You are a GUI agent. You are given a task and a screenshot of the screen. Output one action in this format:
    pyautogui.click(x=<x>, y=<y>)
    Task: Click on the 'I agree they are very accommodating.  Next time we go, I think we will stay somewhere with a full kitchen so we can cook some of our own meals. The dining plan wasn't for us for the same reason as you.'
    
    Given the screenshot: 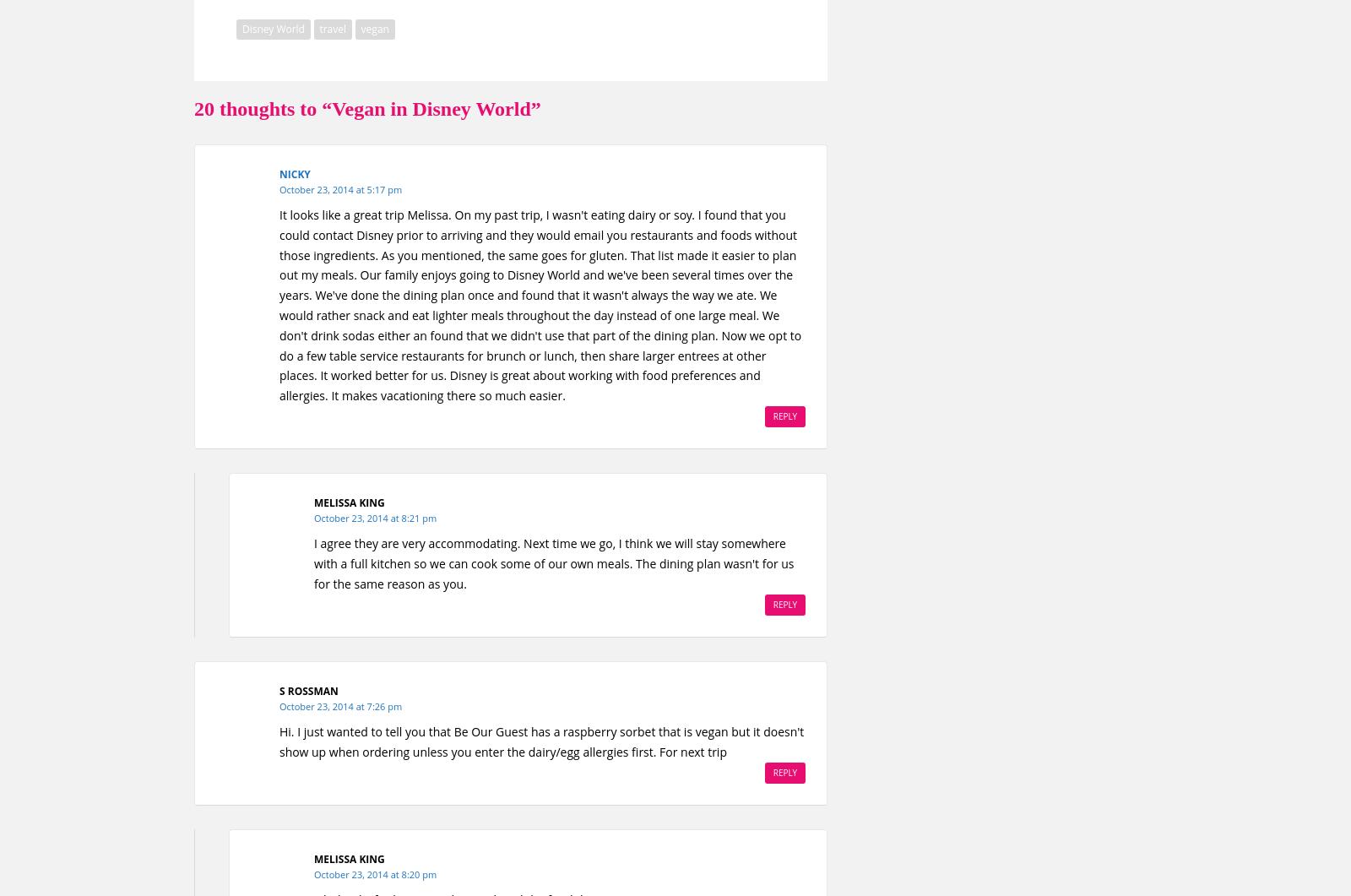 What is the action you would take?
    pyautogui.click(x=554, y=562)
    